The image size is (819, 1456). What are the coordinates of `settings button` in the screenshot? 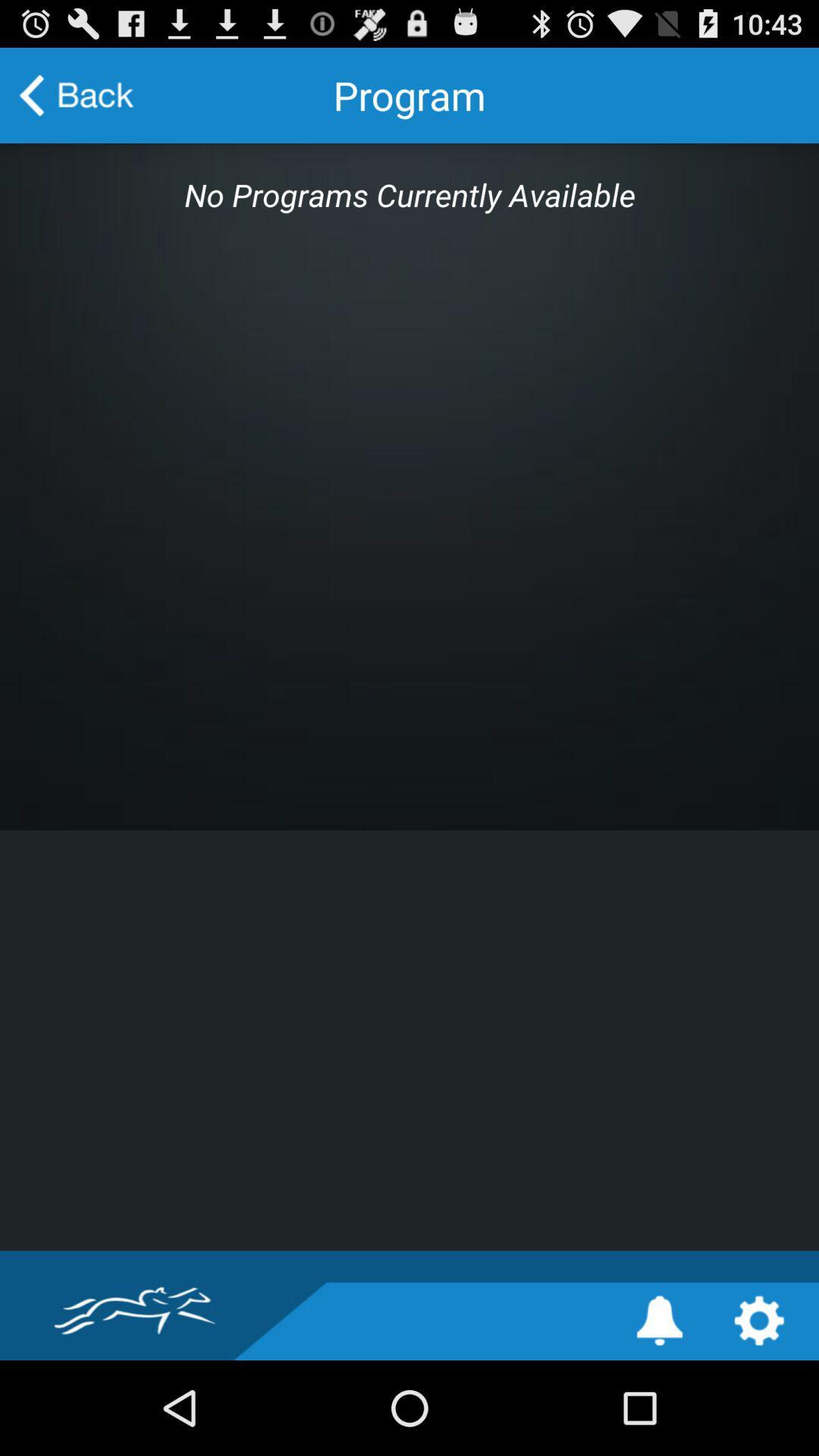 It's located at (759, 1319).